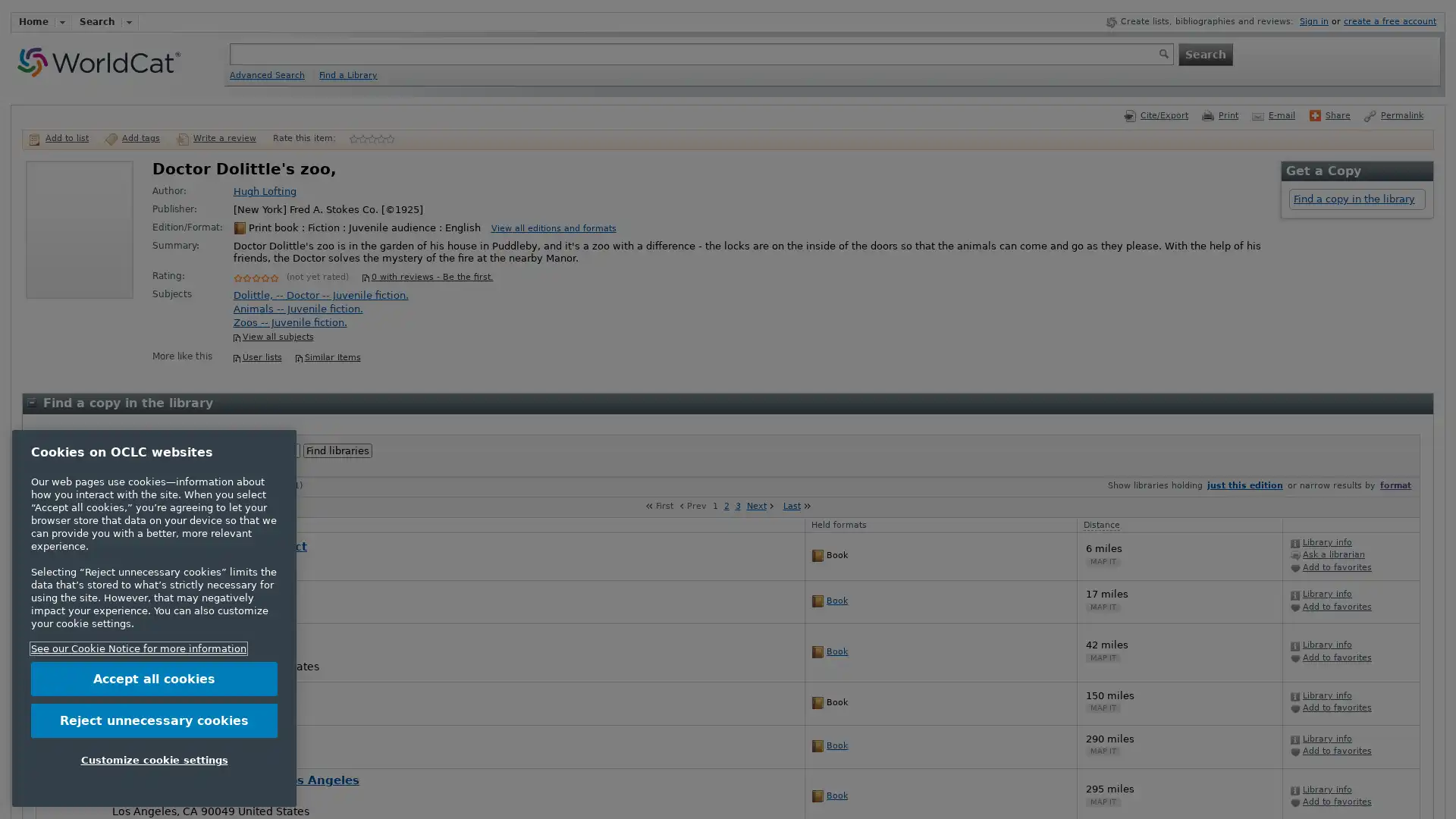 Image resolution: width=1456 pixels, height=819 pixels. Describe the element at coordinates (154, 678) in the screenshot. I see `Accept all cookies` at that location.